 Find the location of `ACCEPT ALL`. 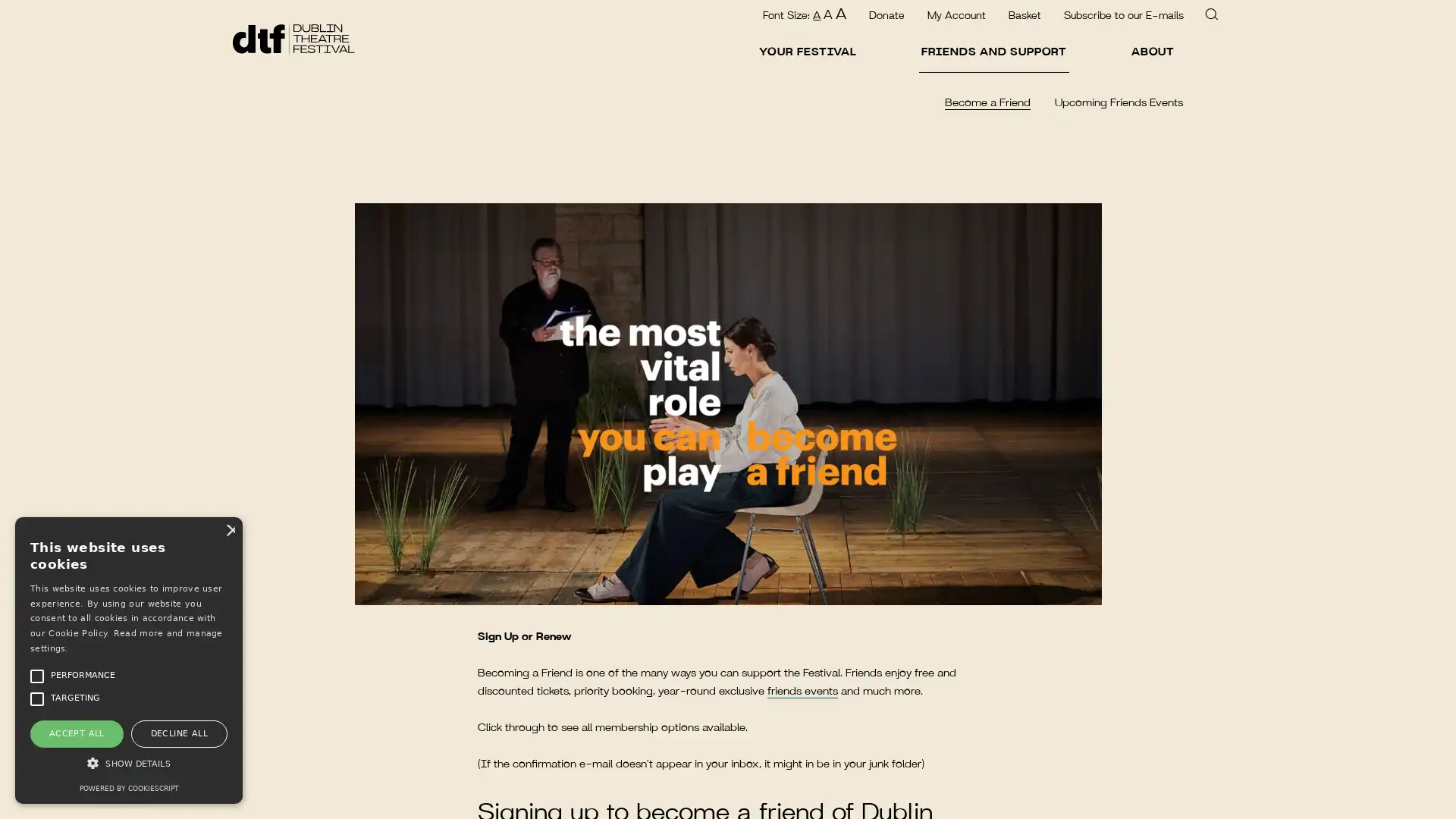

ACCEPT ALL is located at coordinates (75, 733).